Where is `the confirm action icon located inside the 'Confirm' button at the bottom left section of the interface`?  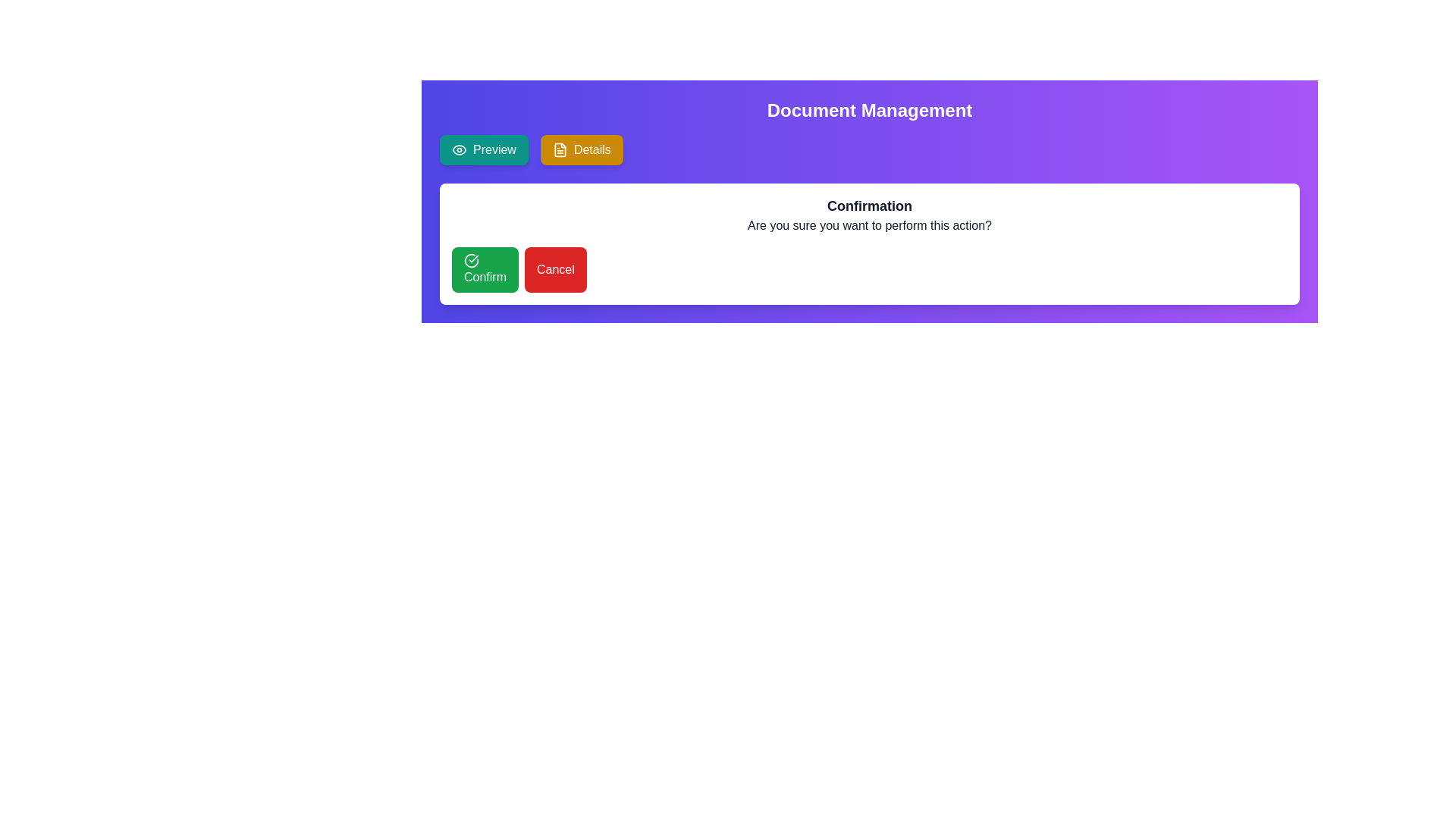 the confirm action icon located inside the 'Confirm' button at the bottom left section of the interface is located at coordinates (471, 259).